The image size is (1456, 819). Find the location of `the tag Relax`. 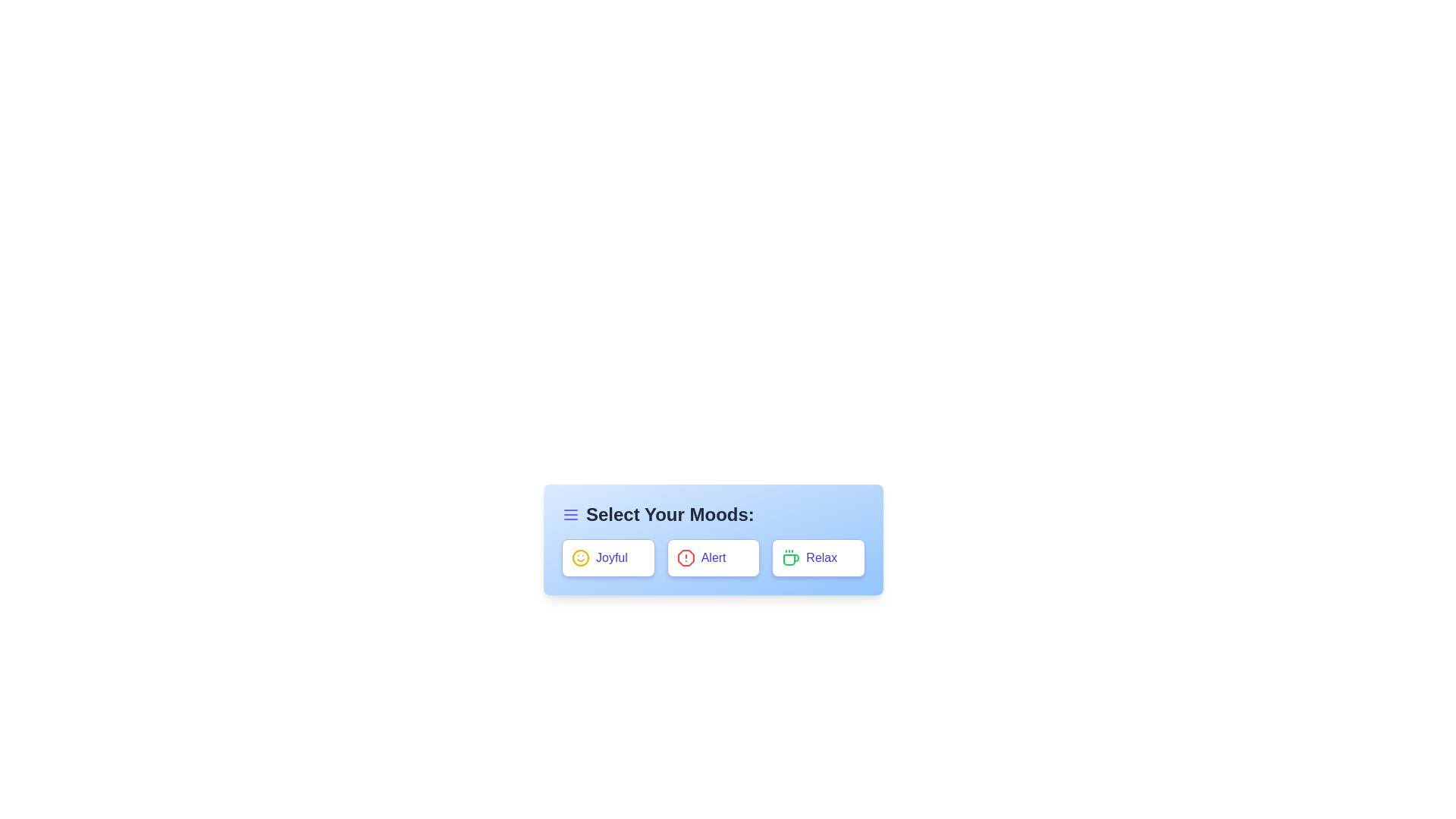

the tag Relax is located at coordinates (817, 558).